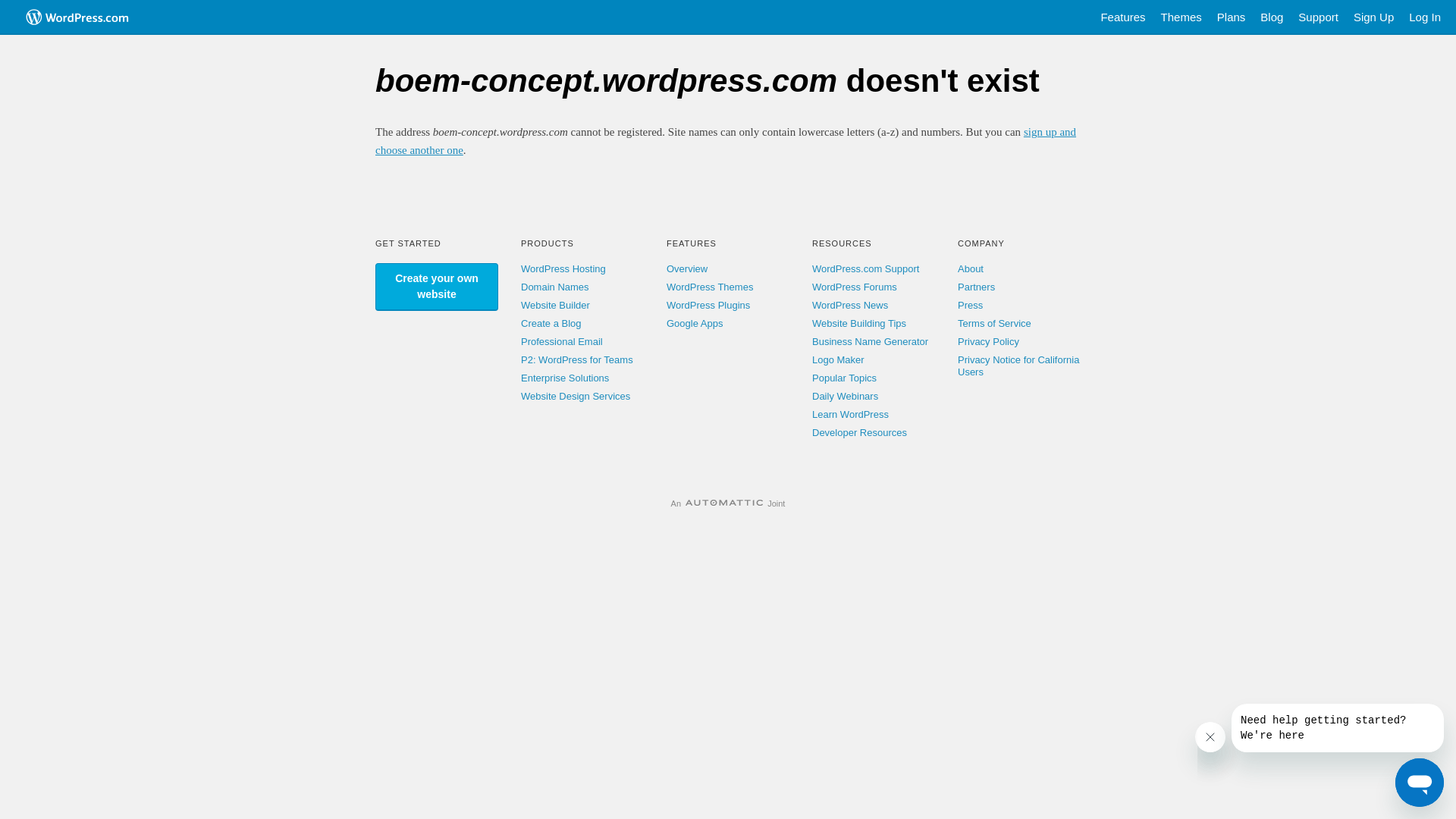  I want to click on 'Plans', so click(1231, 17).